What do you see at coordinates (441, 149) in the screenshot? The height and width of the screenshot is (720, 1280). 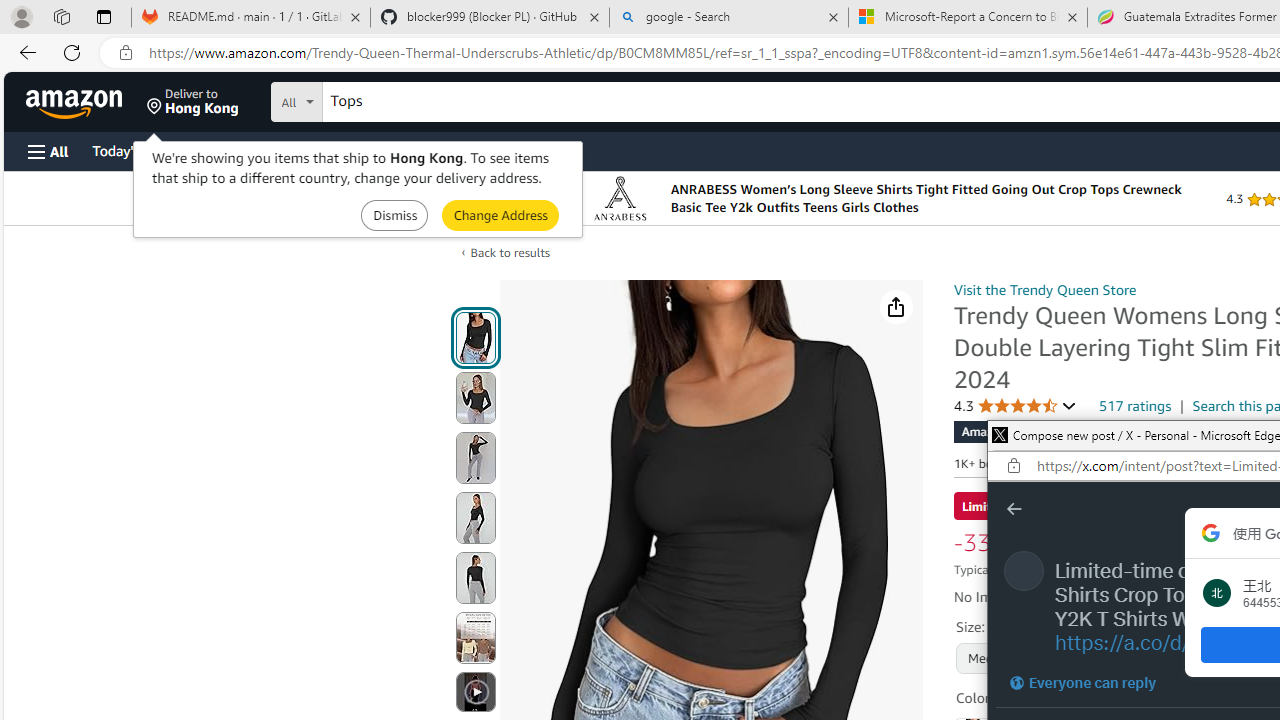 I see `'Gift Cards'` at bounding box center [441, 149].